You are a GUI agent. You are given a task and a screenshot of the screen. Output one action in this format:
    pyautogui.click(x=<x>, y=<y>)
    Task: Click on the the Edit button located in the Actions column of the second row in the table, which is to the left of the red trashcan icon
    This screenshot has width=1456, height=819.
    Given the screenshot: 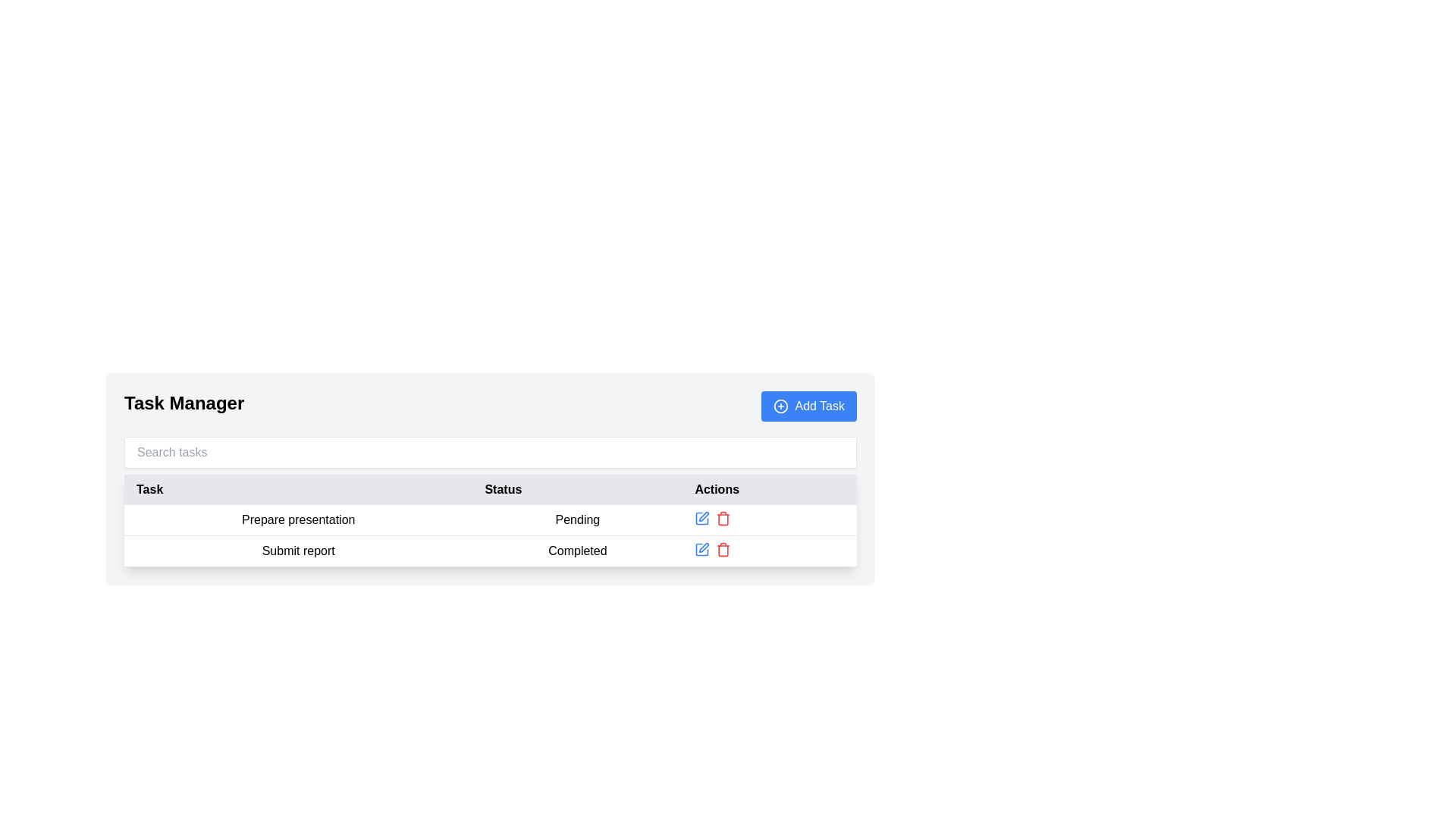 What is the action you would take?
    pyautogui.click(x=701, y=550)
    